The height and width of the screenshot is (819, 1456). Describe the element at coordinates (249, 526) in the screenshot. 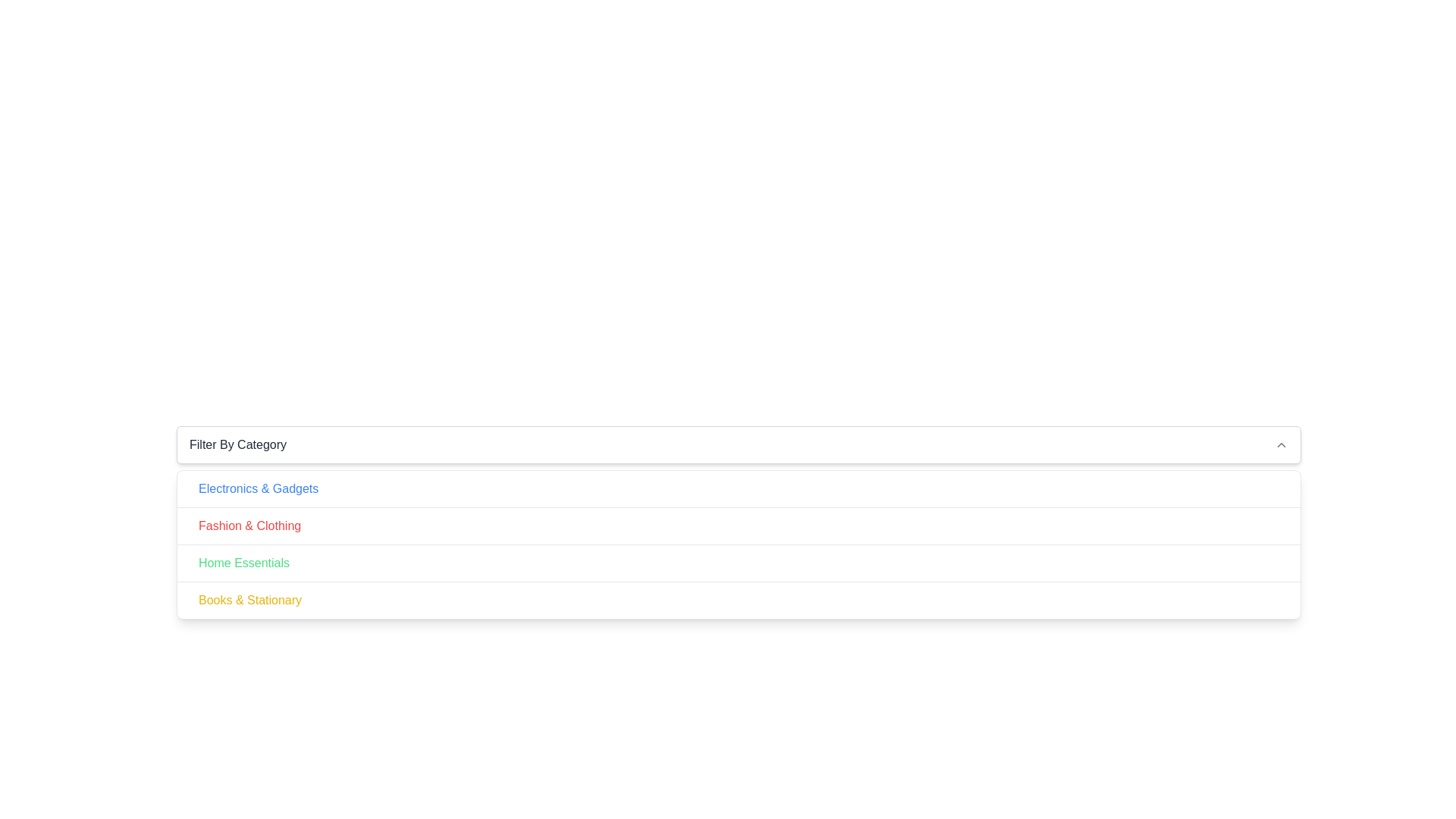

I see `the 'Fashion & Clothing' text label, which is styled in red font and is the second item in the category list under 'Filter By Category'` at that location.